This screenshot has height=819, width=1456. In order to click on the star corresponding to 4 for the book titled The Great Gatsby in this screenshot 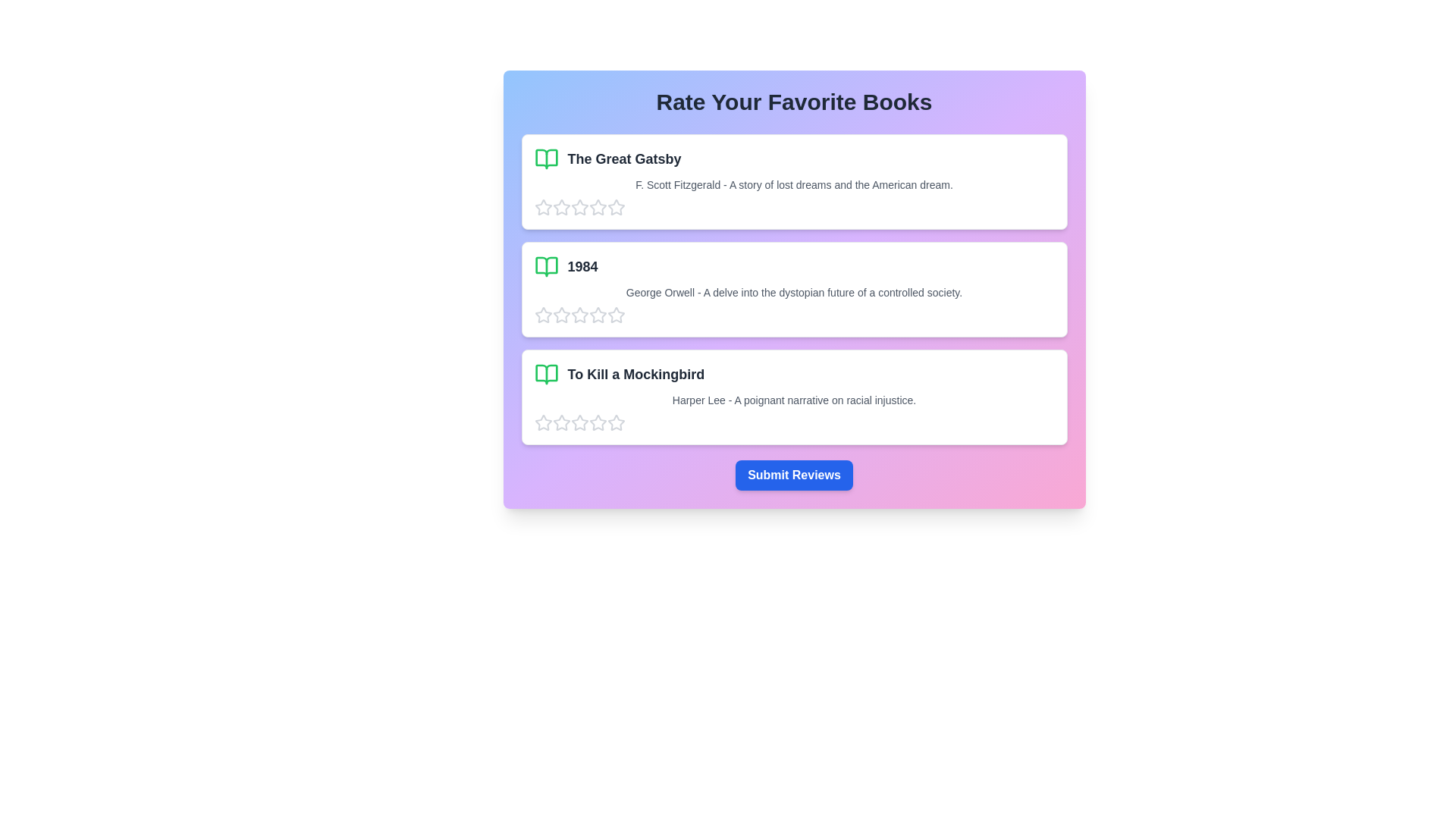, I will do `click(597, 207)`.